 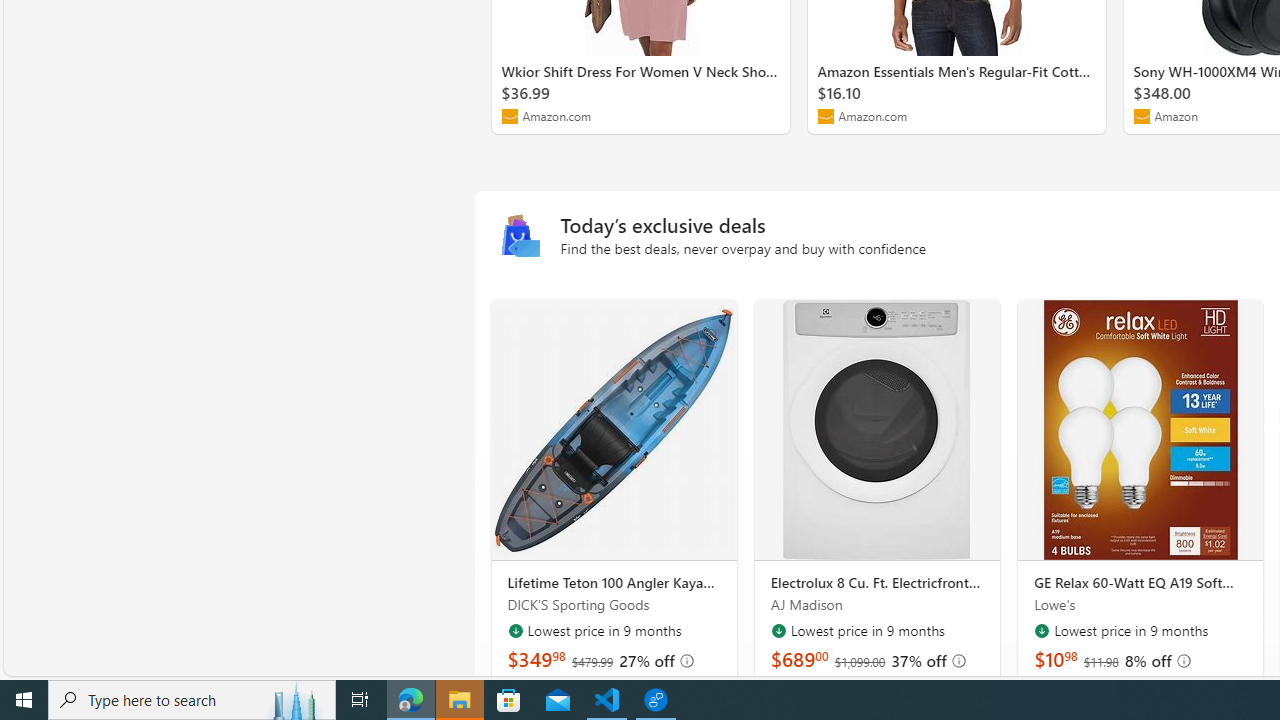 I want to click on 'Deals icon', so click(x=520, y=236).